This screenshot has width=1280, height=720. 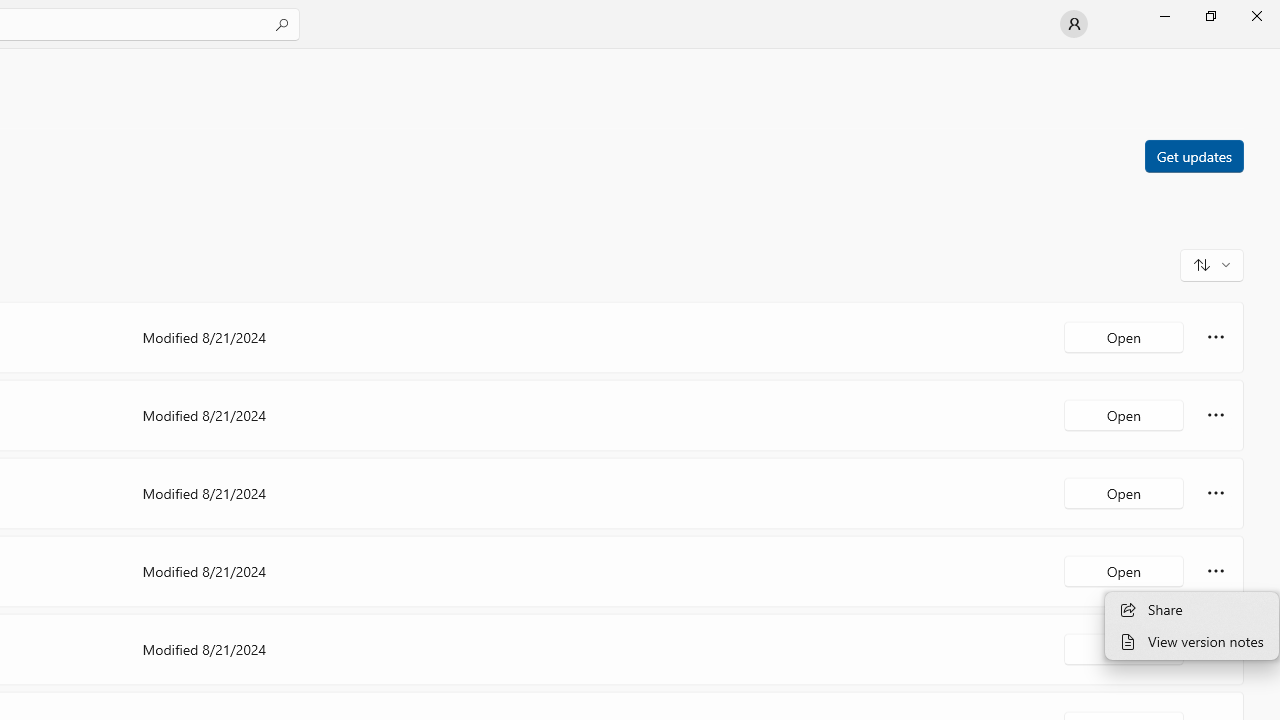 I want to click on 'Sort and filter', so click(x=1211, y=263).